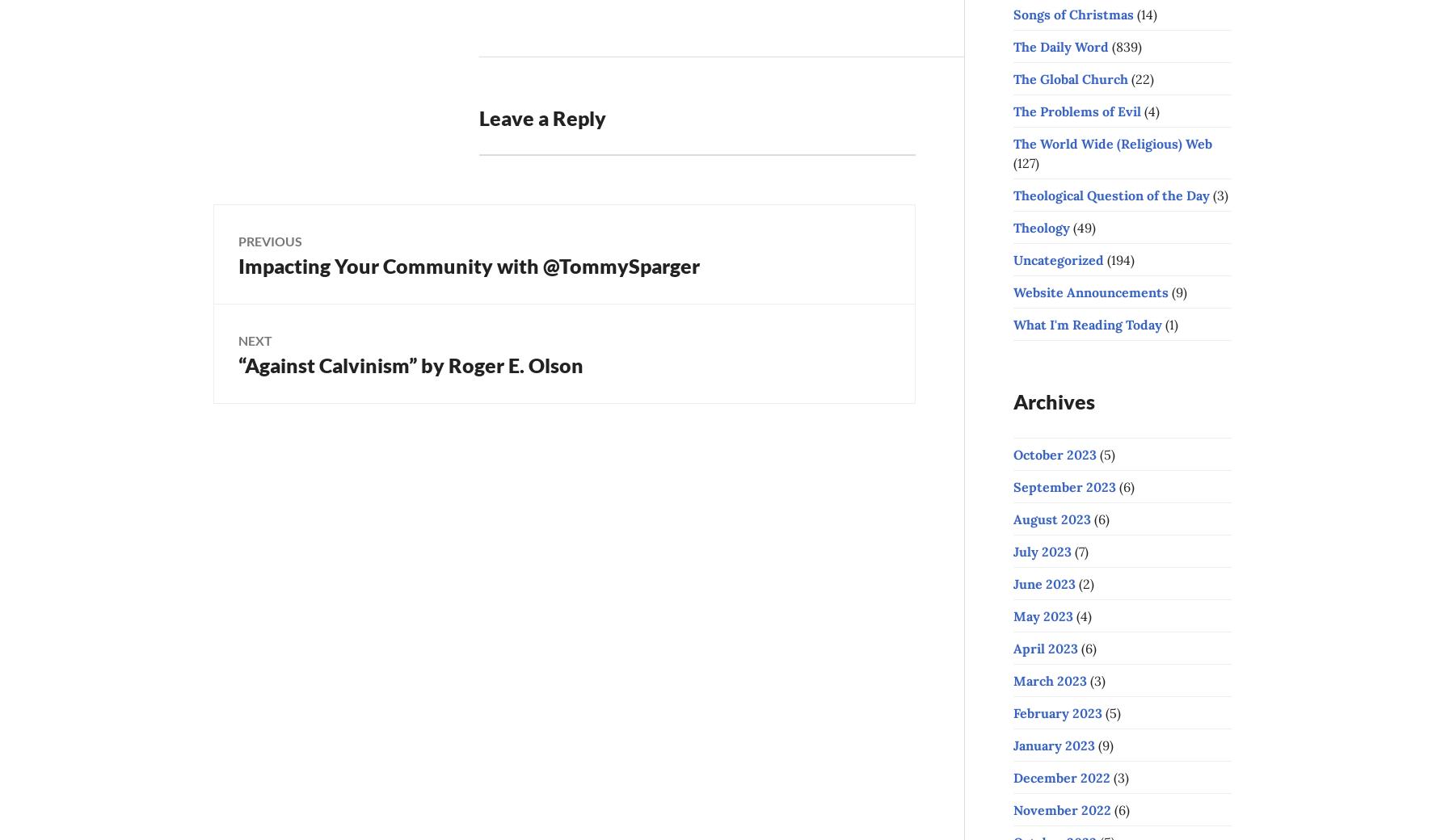 This screenshot has height=840, width=1445. What do you see at coordinates (1070, 551) in the screenshot?
I see `'(7)'` at bounding box center [1070, 551].